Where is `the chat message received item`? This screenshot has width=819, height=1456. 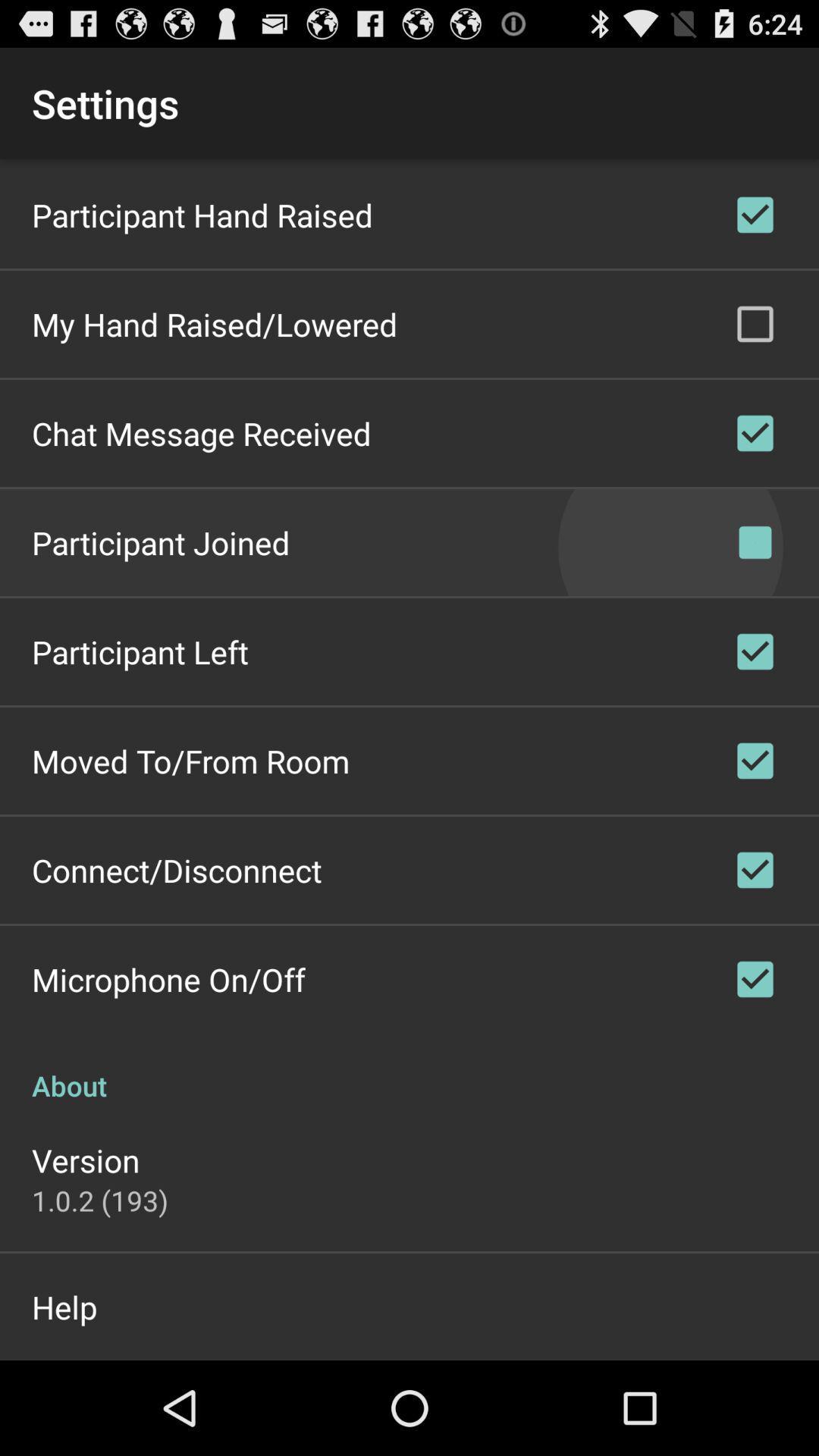
the chat message received item is located at coordinates (200, 432).